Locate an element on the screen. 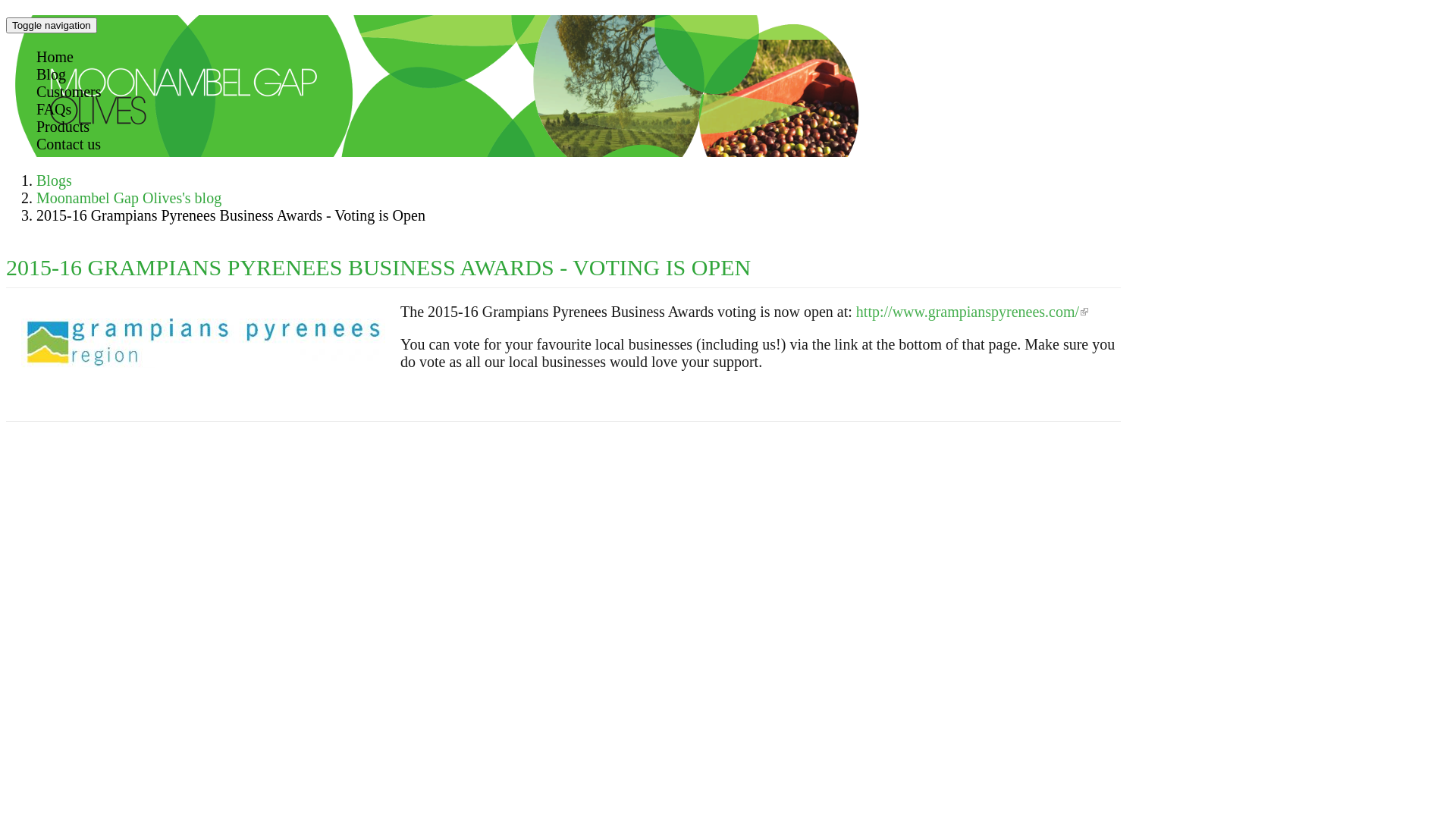  'Skip to main content' is located at coordinates (6, 15).